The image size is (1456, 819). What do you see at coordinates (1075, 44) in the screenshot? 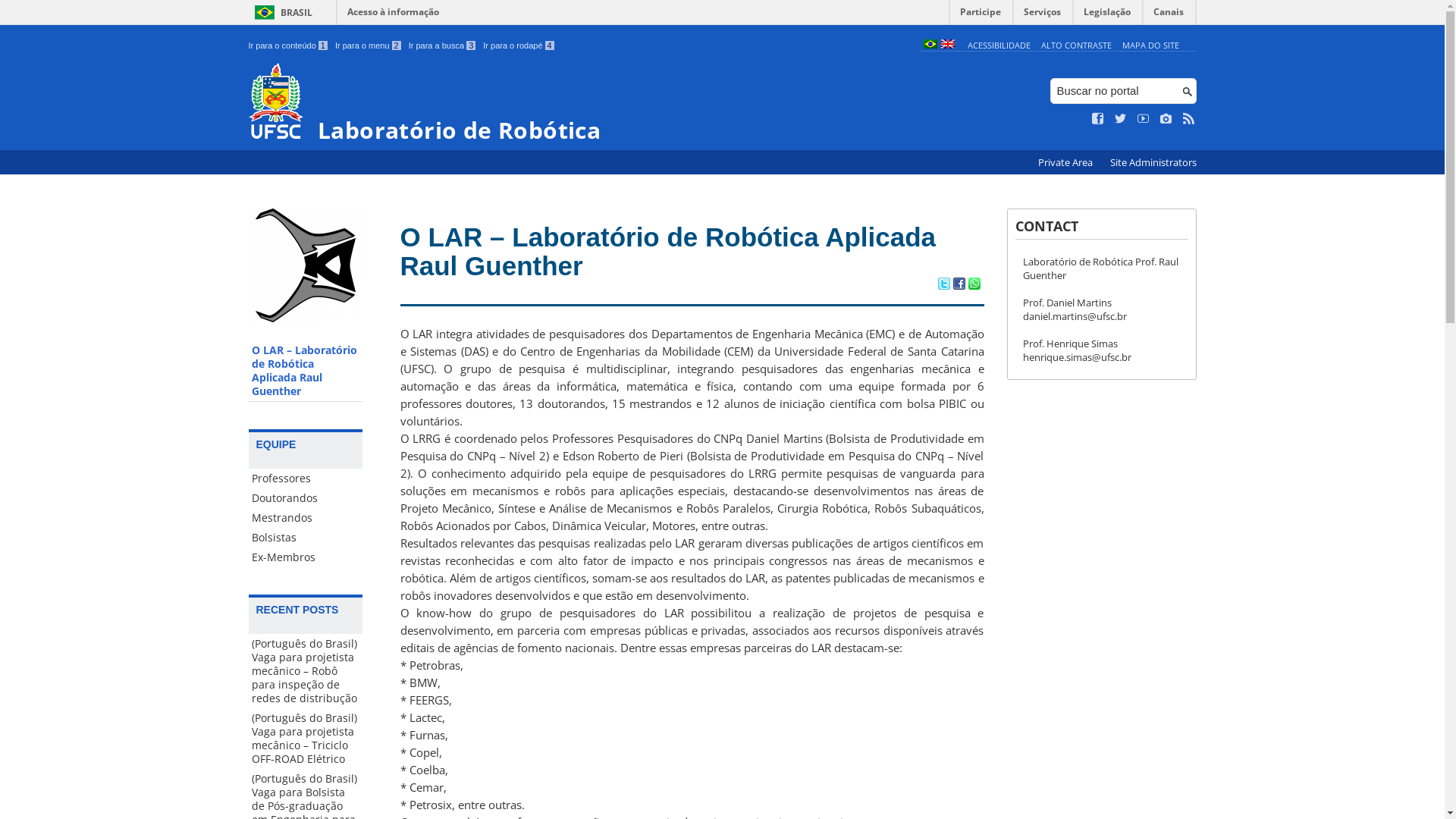
I see `'ALTO CONTRASTE'` at bounding box center [1075, 44].